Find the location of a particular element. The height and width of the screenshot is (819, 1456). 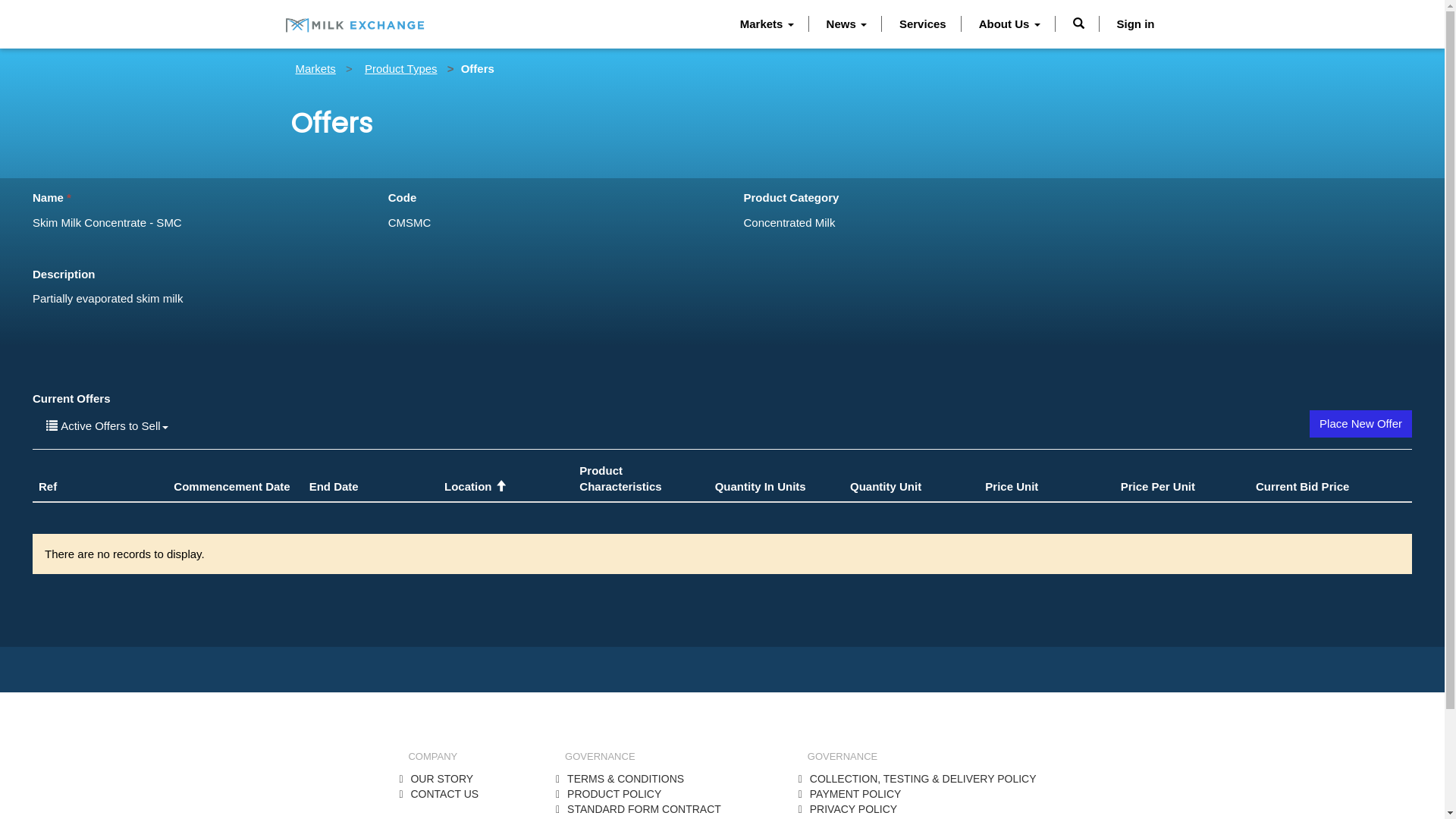

'Commencement Date is located at coordinates (231, 486).